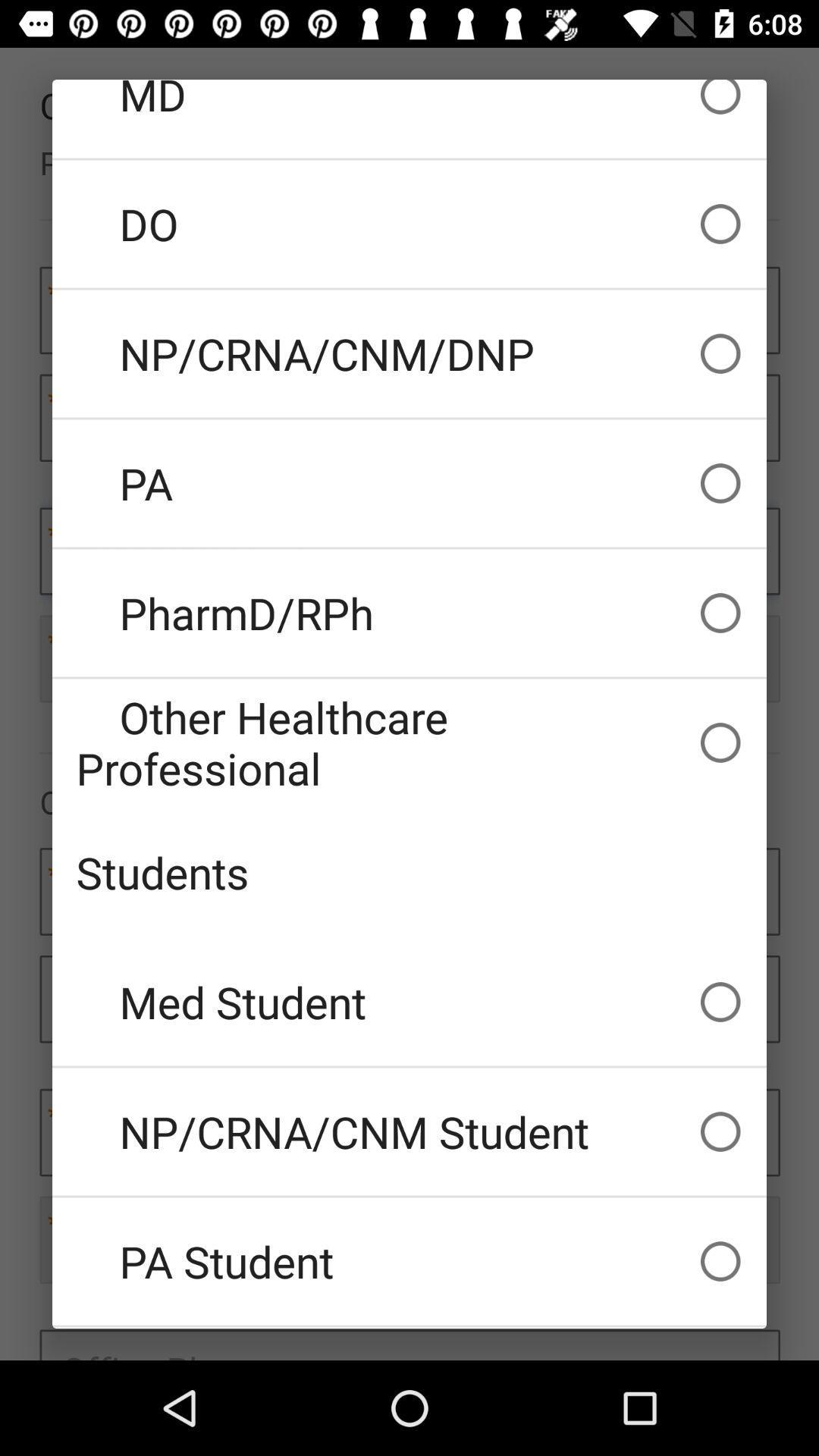  Describe the element at coordinates (409, 872) in the screenshot. I see `the students icon` at that location.